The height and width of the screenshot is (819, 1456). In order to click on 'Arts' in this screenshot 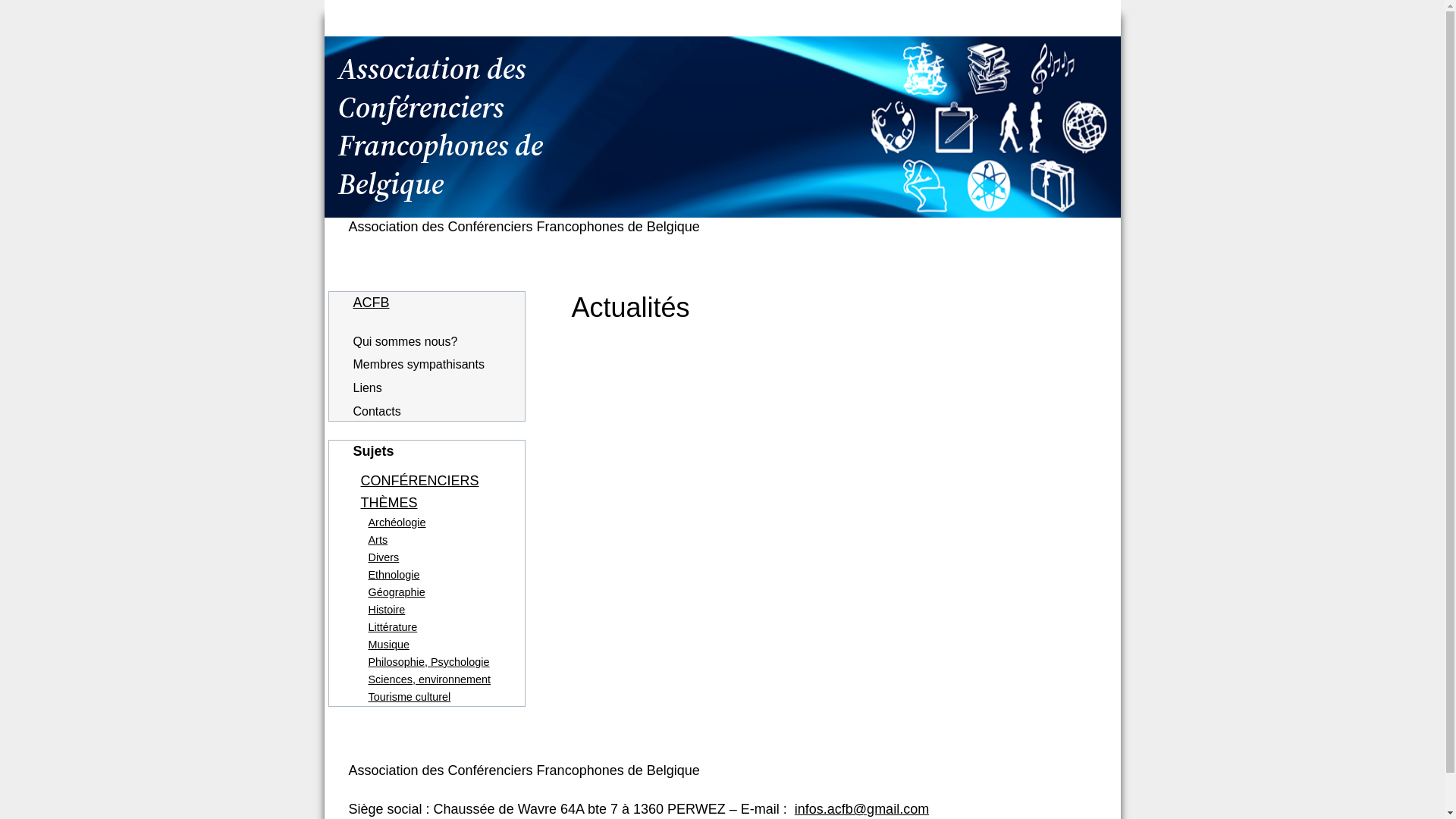, I will do `click(378, 539)`.